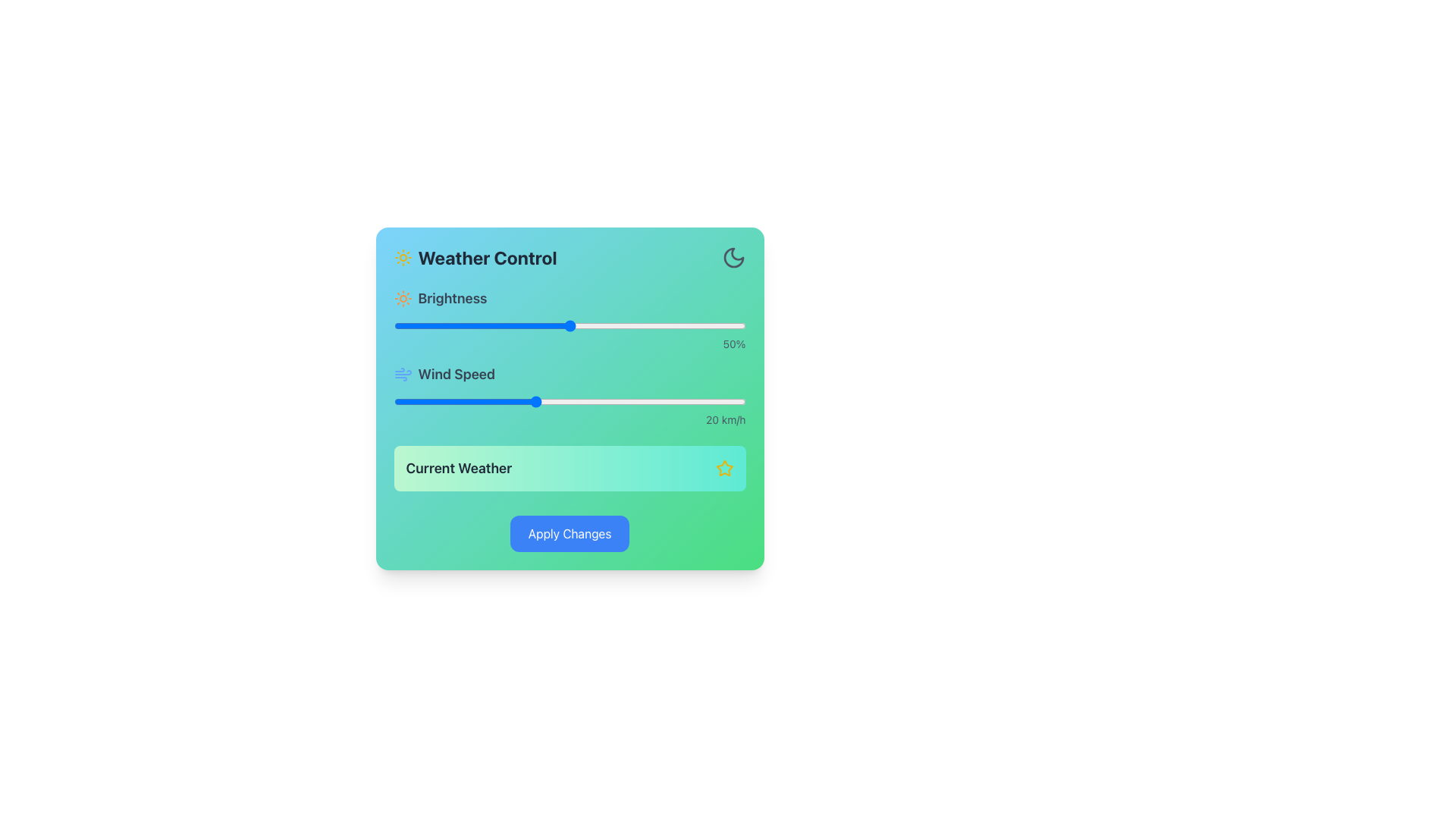  Describe the element at coordinates (527, 325) in the screenshot. I see `the brightness level` at that location.